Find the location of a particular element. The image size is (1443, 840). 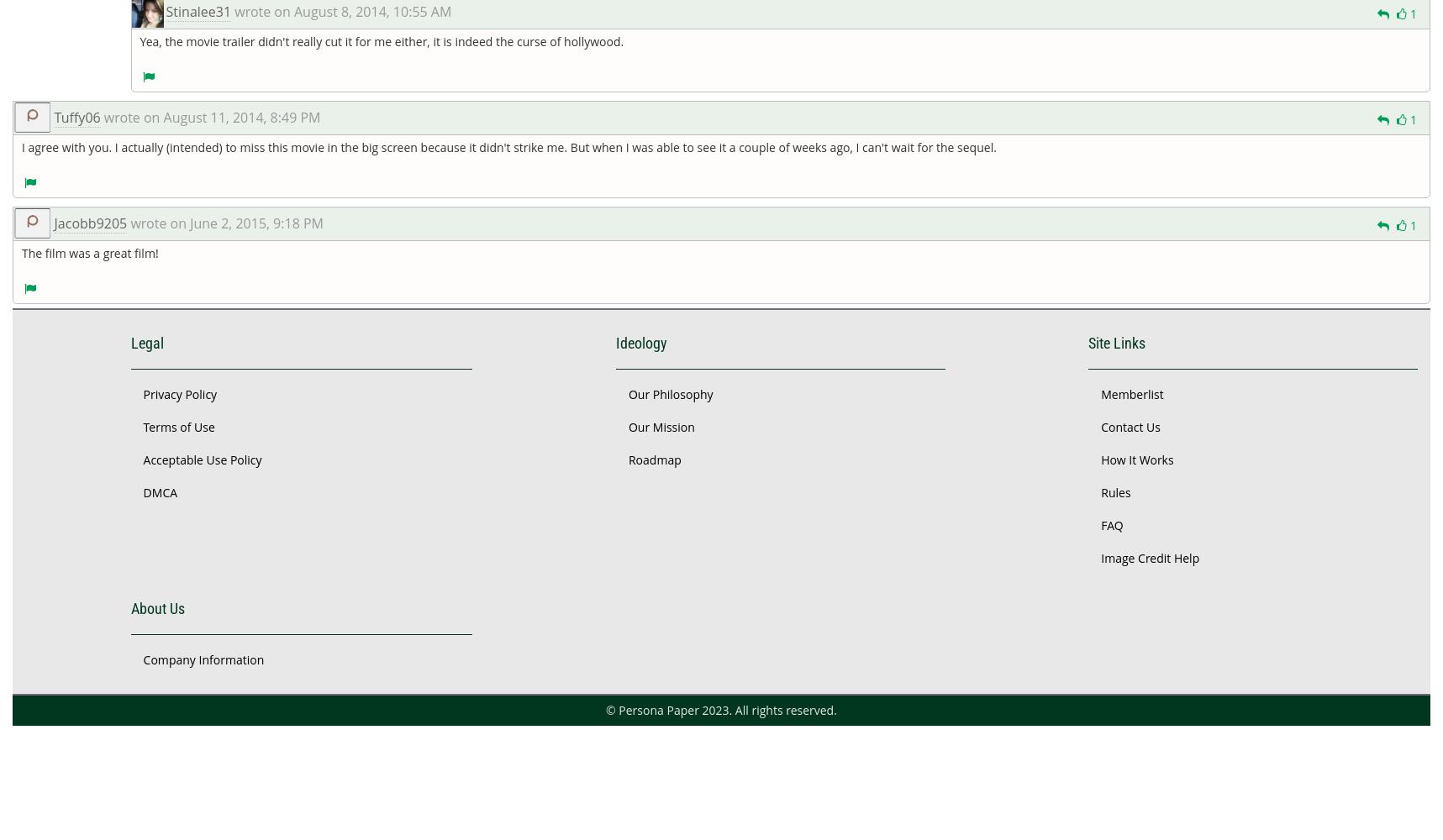

'© Persona Paper 2023.  All rights reserved.' is located at coordinates (605, 708).